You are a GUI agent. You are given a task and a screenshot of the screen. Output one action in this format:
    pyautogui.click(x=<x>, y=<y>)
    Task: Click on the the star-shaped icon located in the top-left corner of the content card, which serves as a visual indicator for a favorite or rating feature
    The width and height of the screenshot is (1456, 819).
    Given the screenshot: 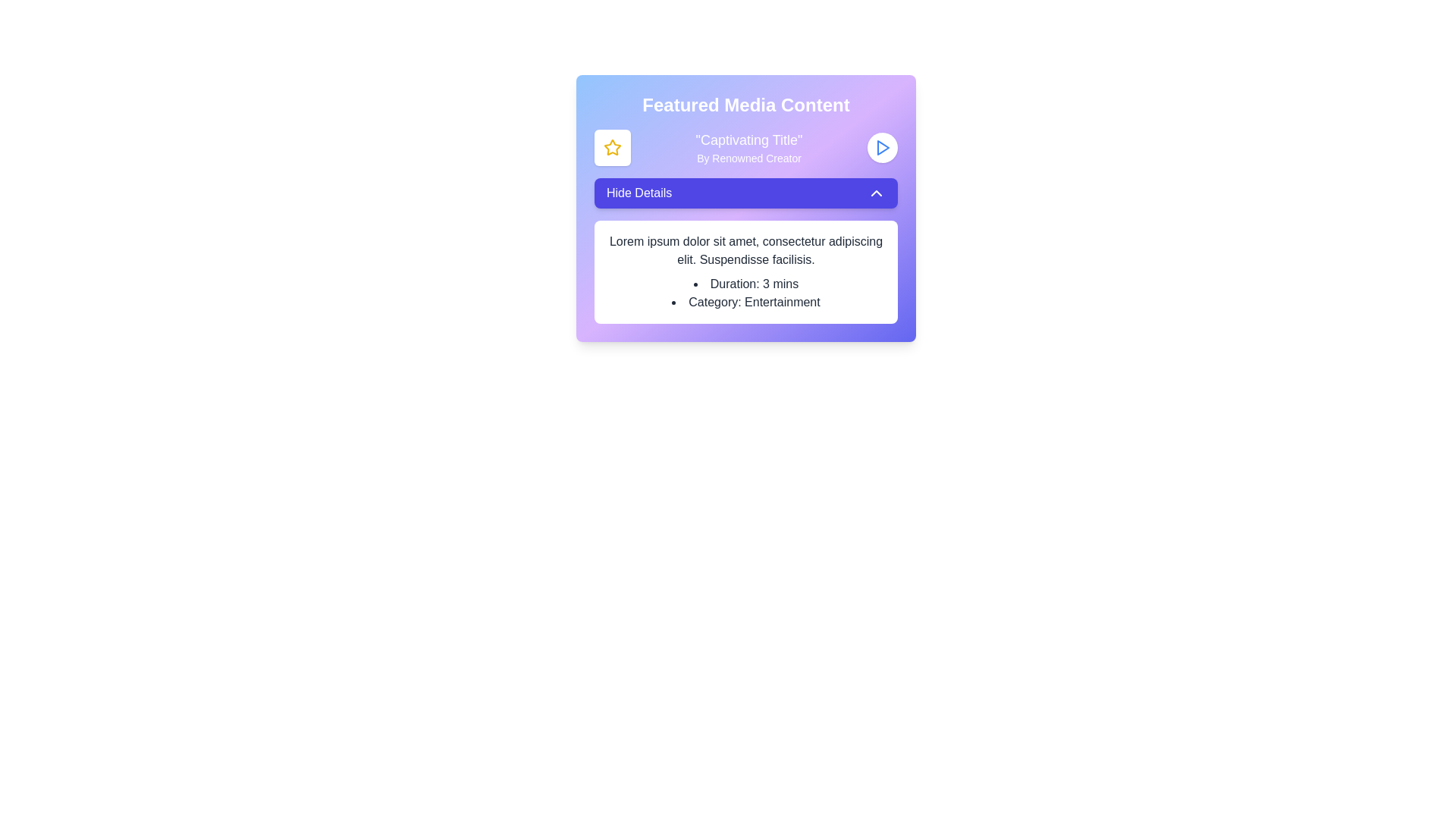 What is the action you would take?
    pyautogui.click(x=612, y=147)
    